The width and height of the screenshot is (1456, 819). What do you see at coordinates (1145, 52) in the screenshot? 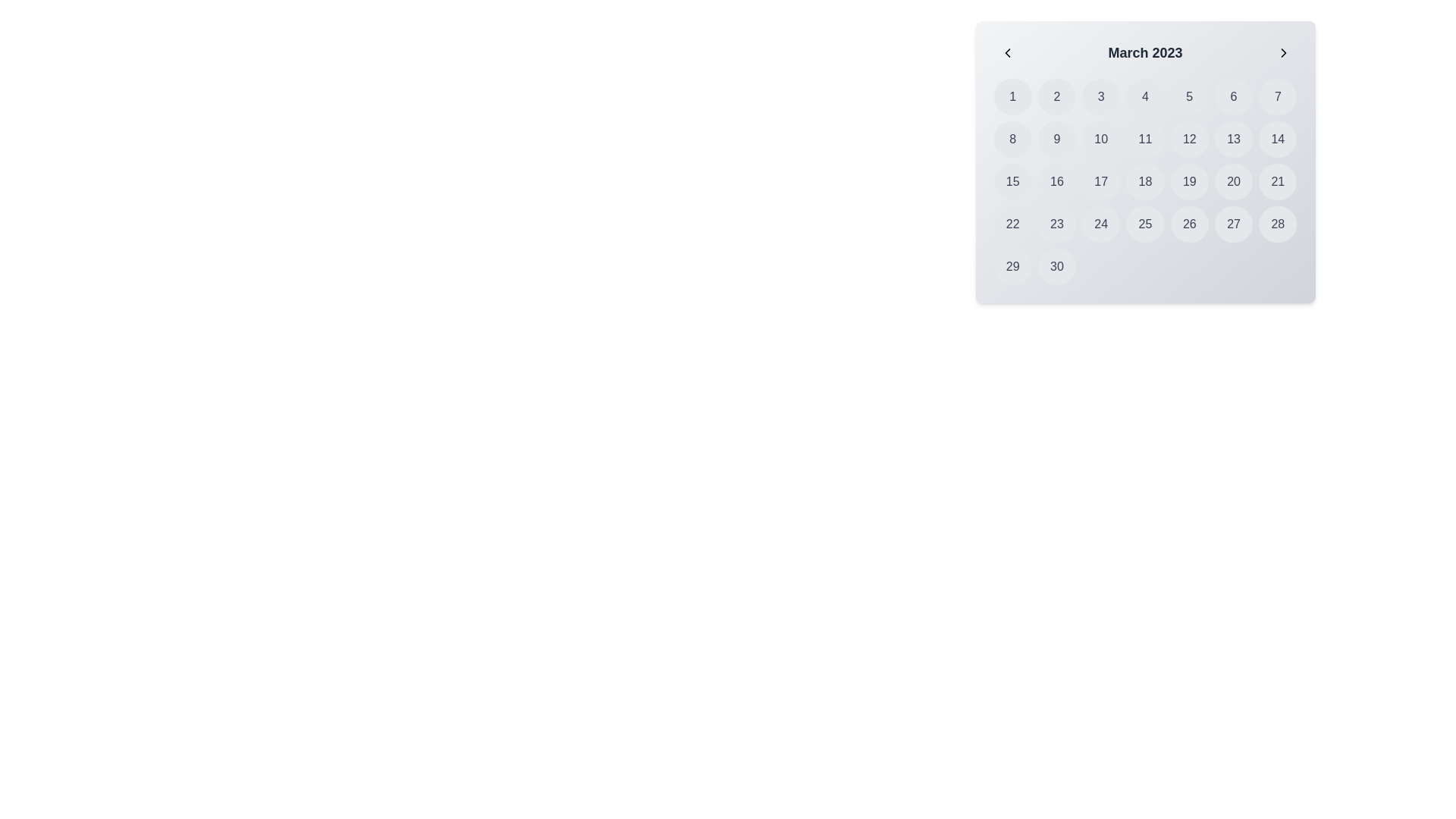
I see `the header displaying 'March 2023'` at bounding box center [1145, 52].